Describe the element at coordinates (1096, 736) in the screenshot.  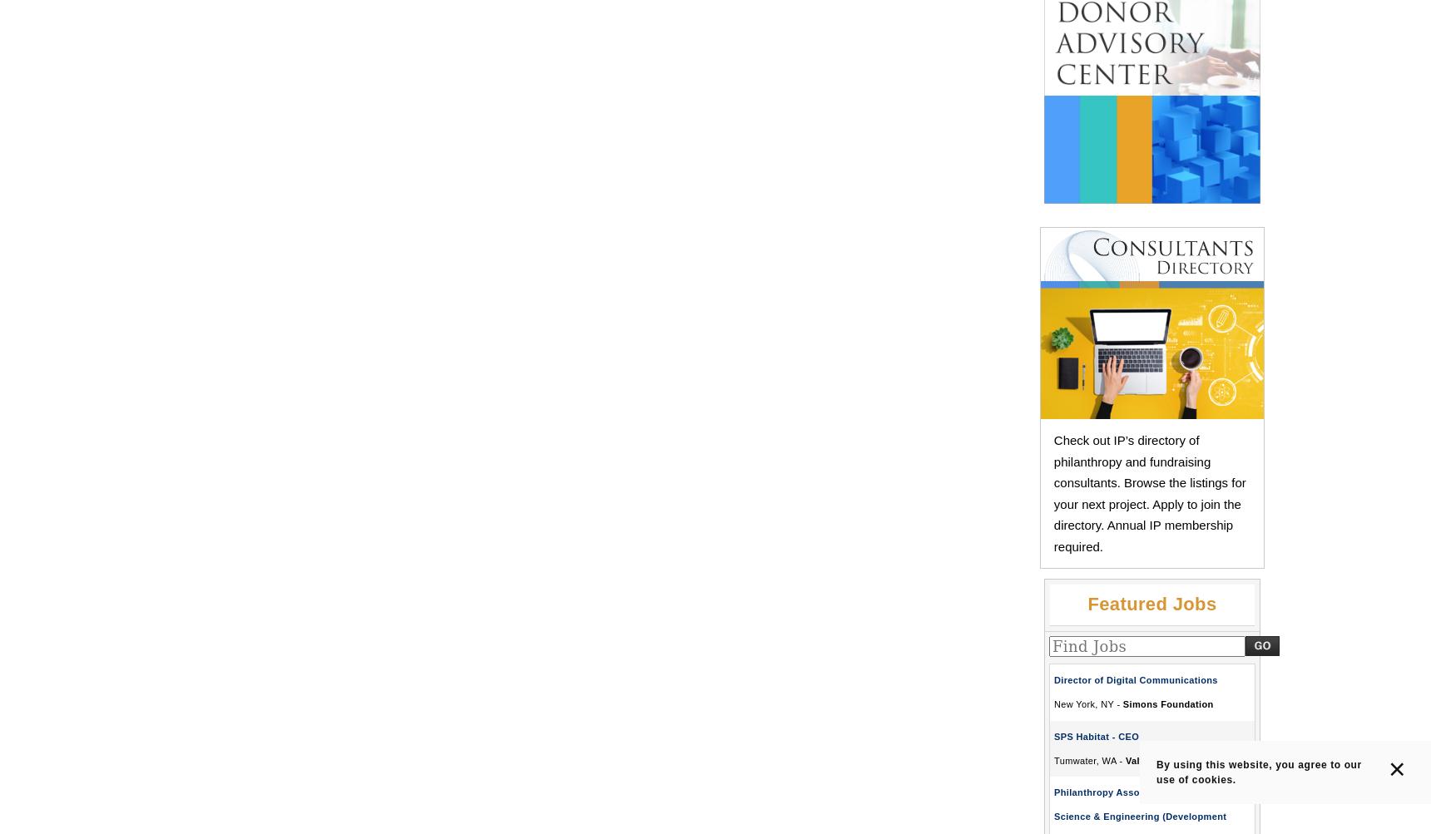
I see `'SPS Habitat - CEO'` at that location.